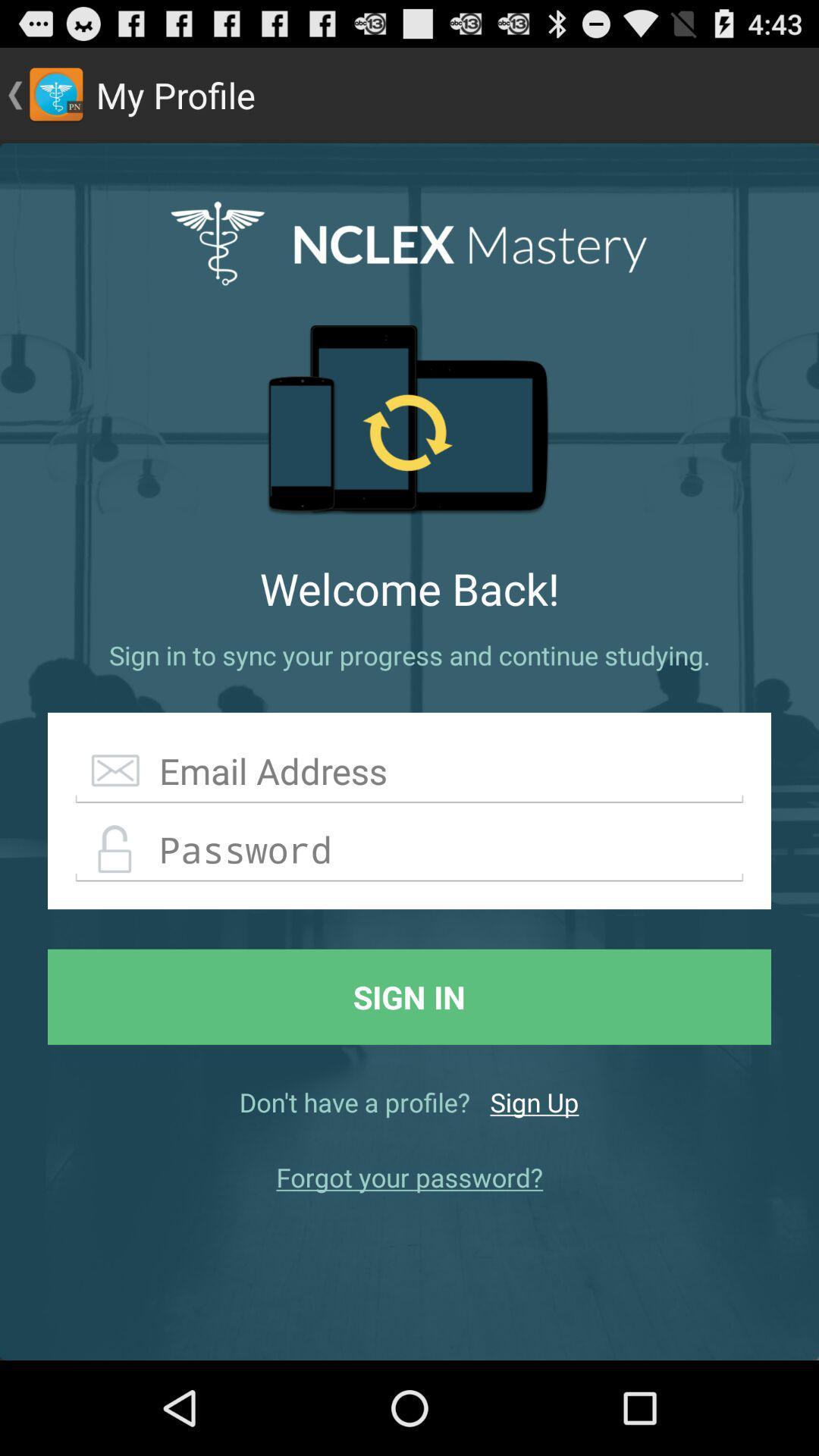  Describe the element at coordinates (534, 1102) in the screenshot. I see `the icon next to the don t have icon` at that location.